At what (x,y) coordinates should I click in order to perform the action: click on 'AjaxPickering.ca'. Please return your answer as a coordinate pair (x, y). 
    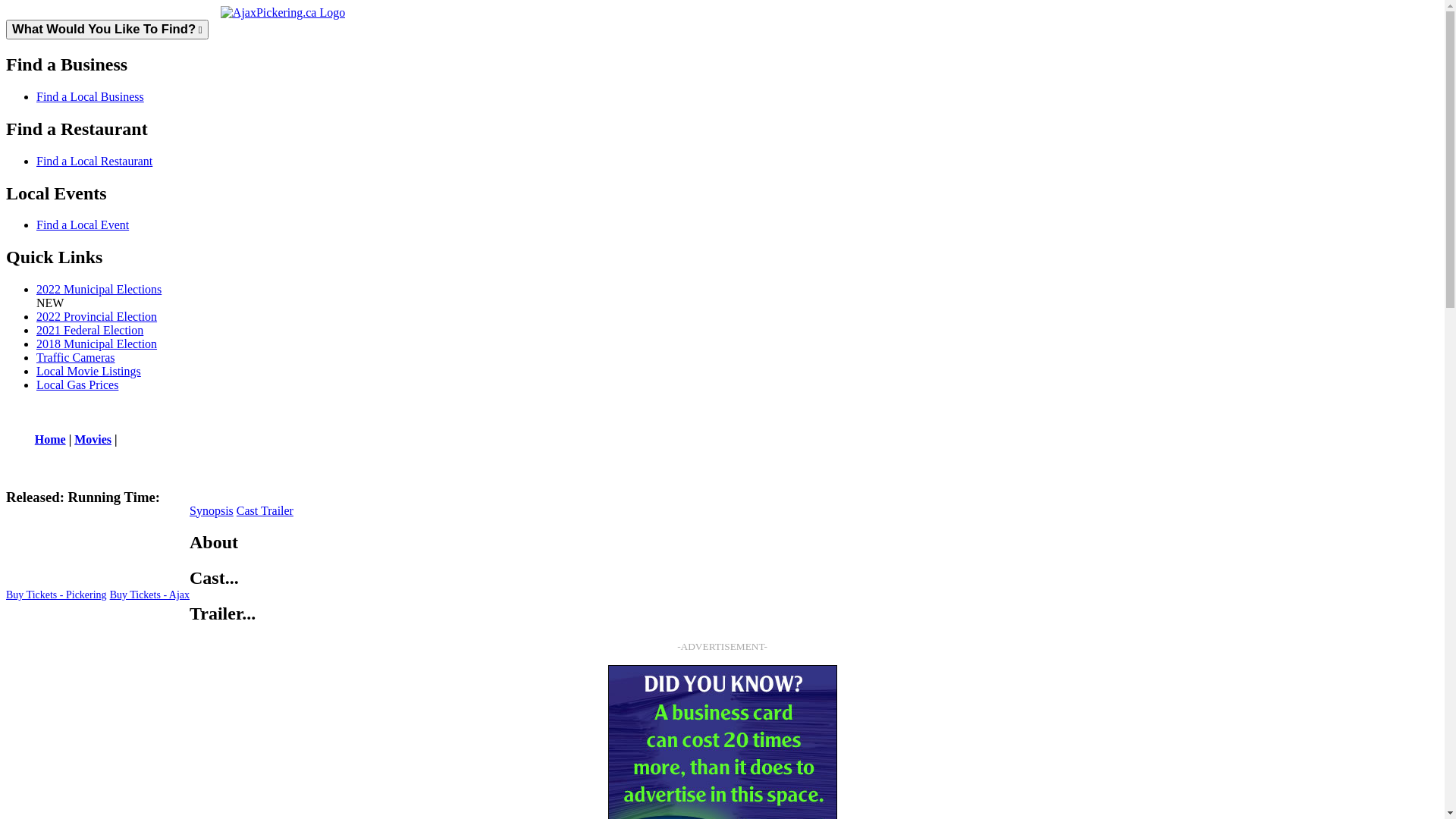
    Looking at the image, I should click on (220, 12).